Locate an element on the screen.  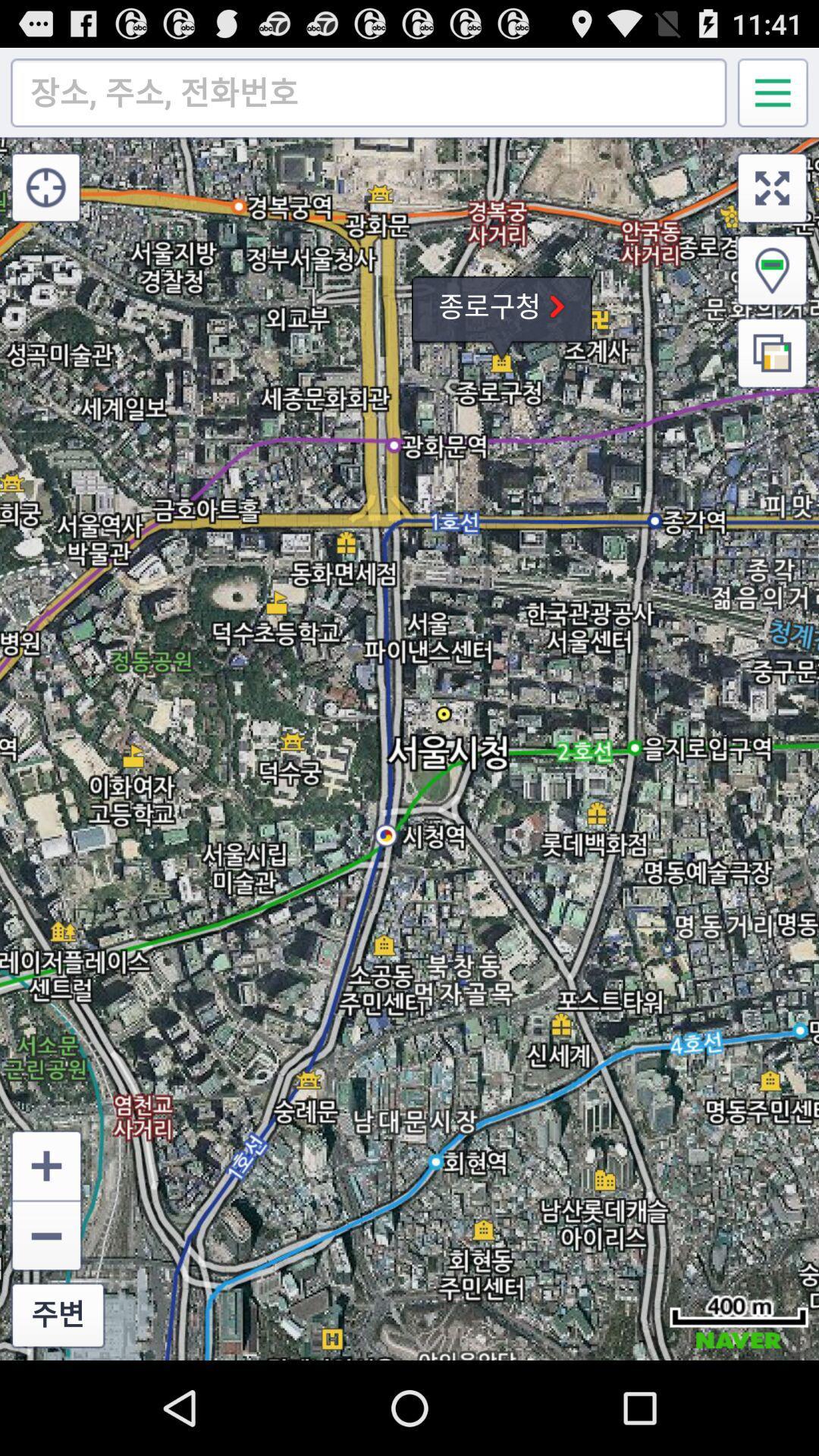
icon at the center is located at coordinates (409, 703).